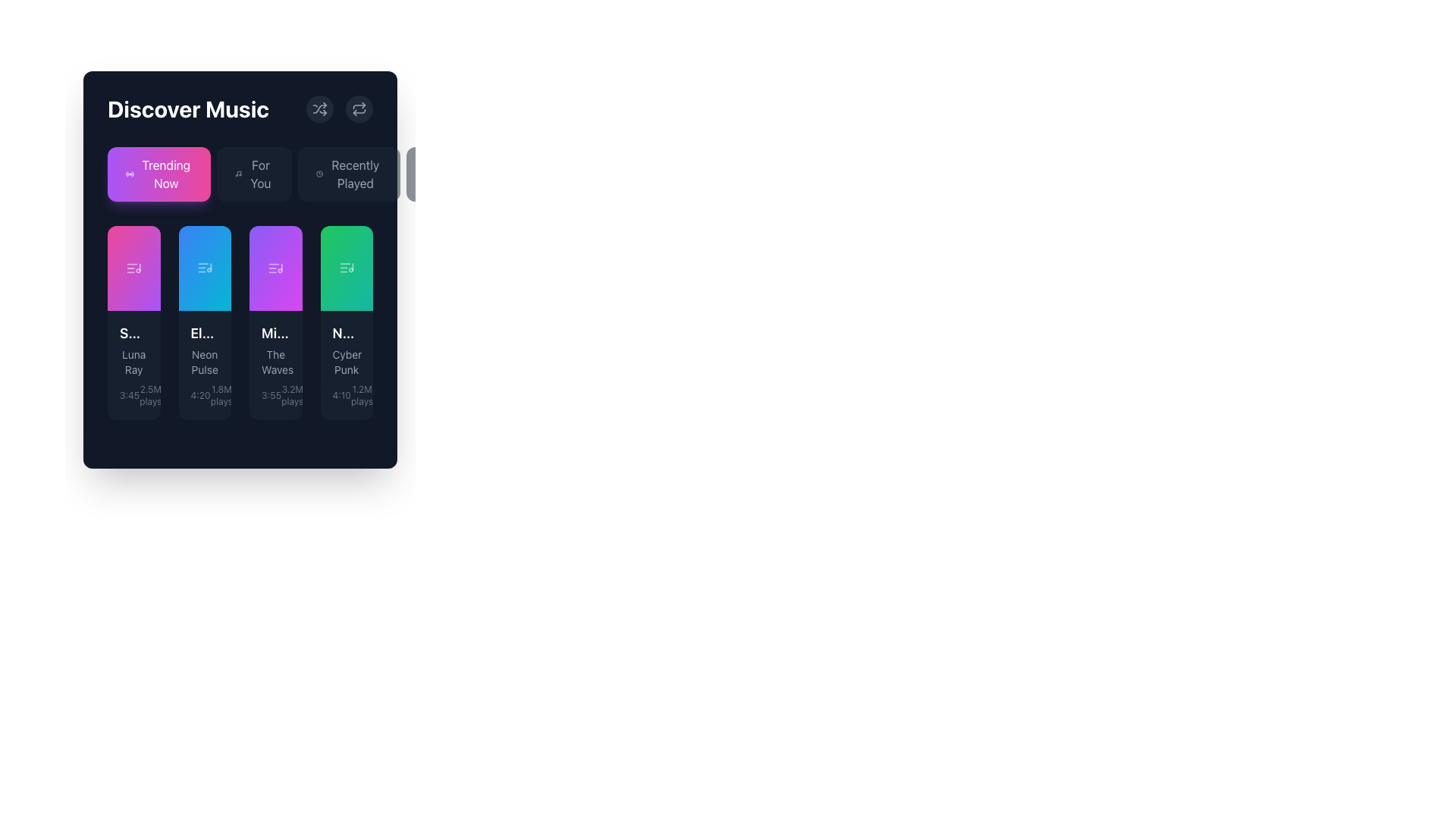 This screenshot has width=1456, height=819. What do you see at coordinates (292, 394) in the screenshot?
I see `the static text label displaying '3.2M plays' located in the bottom-right corner of the third card in the 'Trending Now' section` at bounding box center [292, 394].